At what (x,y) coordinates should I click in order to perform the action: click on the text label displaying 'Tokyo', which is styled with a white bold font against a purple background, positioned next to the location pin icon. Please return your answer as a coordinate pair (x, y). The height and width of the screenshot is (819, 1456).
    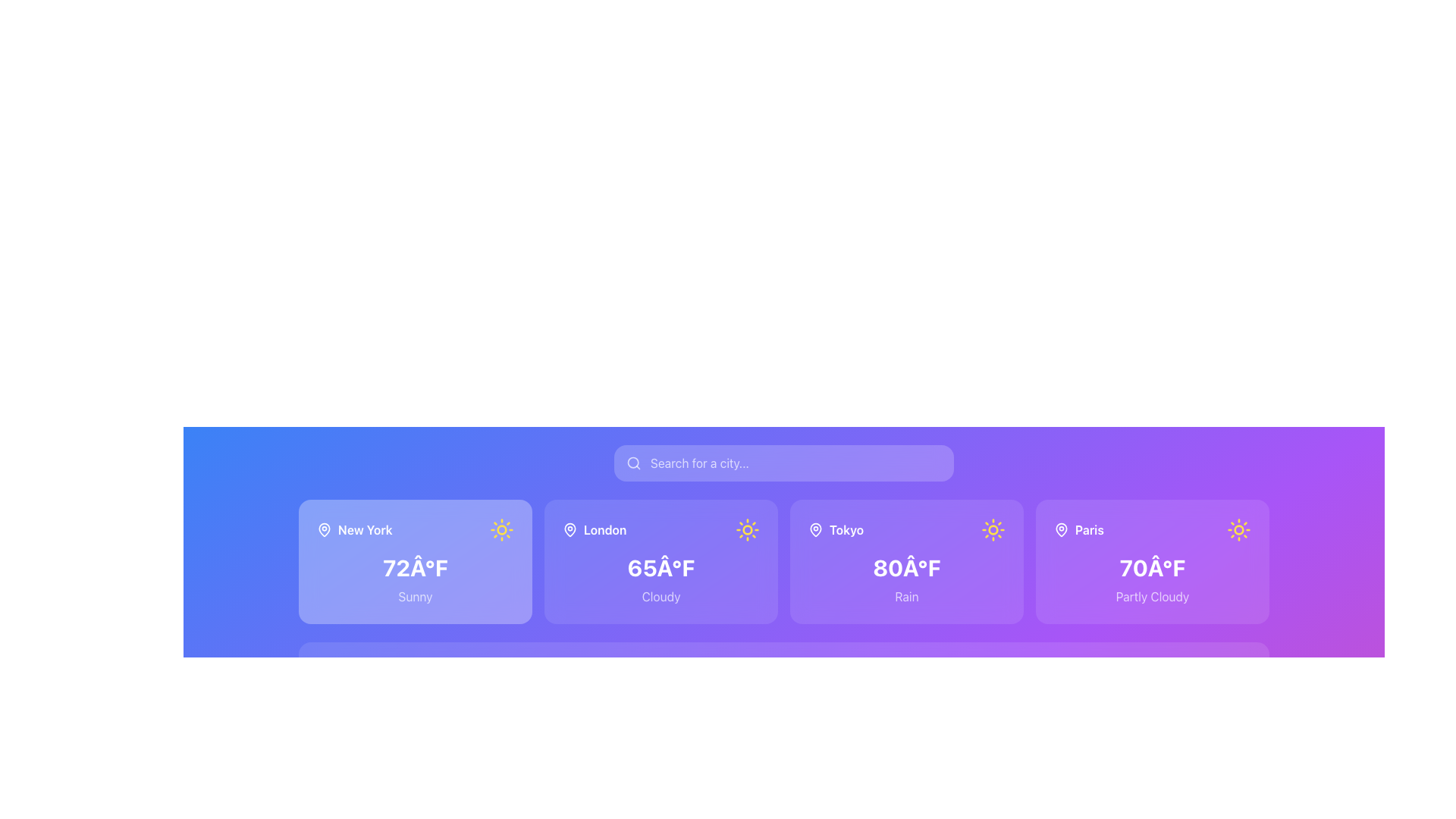
    Looking at the image, I should click on (846, 529).